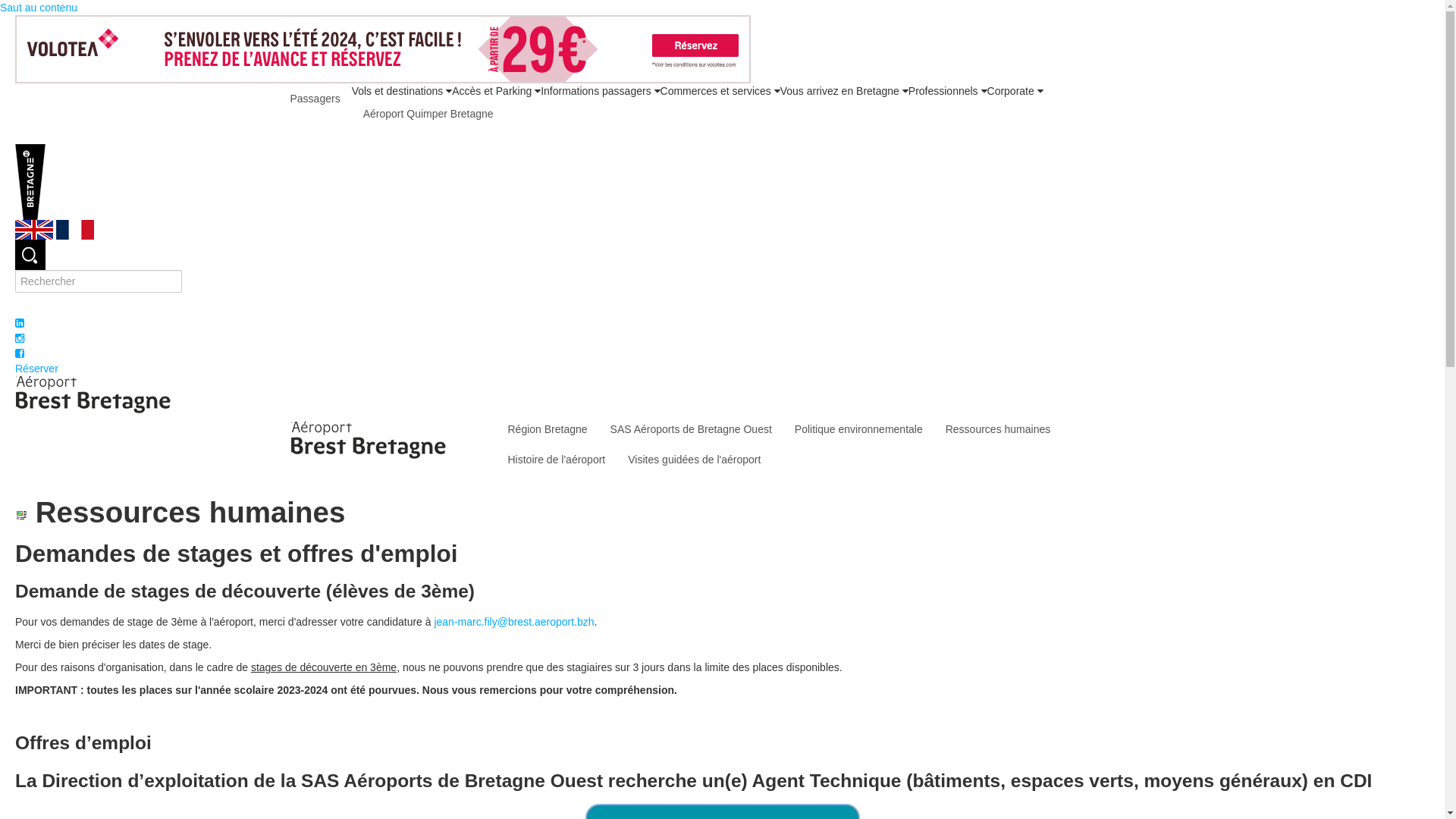 Image resolution: width=1456 pixels, height=819 pixels. Describe the element at coordinates (513, 622) in the screenshot. I see `'jean-marc.fily@brest.aeroport.bzh'` at that location.